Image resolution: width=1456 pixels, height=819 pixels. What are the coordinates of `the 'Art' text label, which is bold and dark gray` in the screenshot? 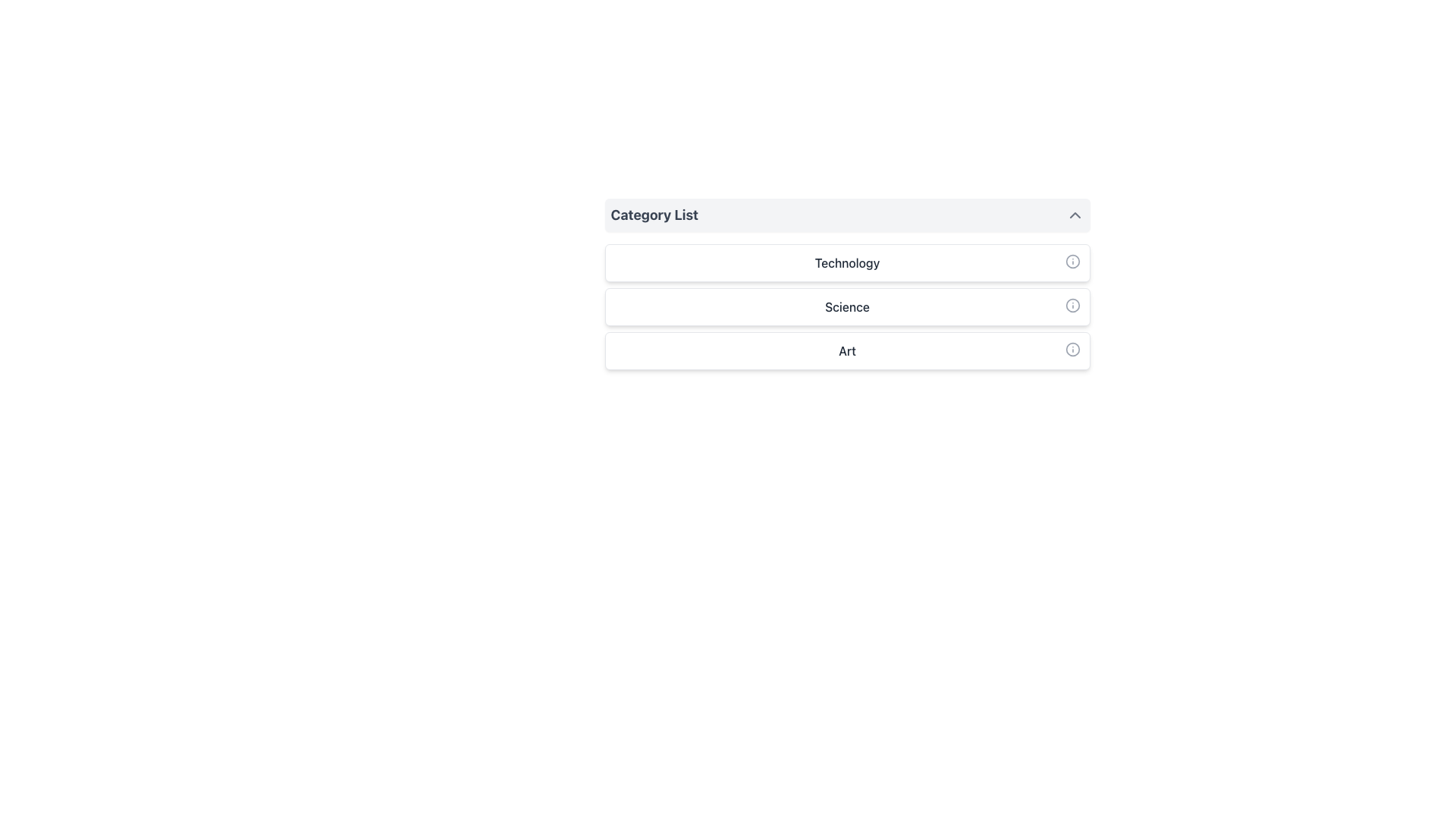 It's located at (846, 350).